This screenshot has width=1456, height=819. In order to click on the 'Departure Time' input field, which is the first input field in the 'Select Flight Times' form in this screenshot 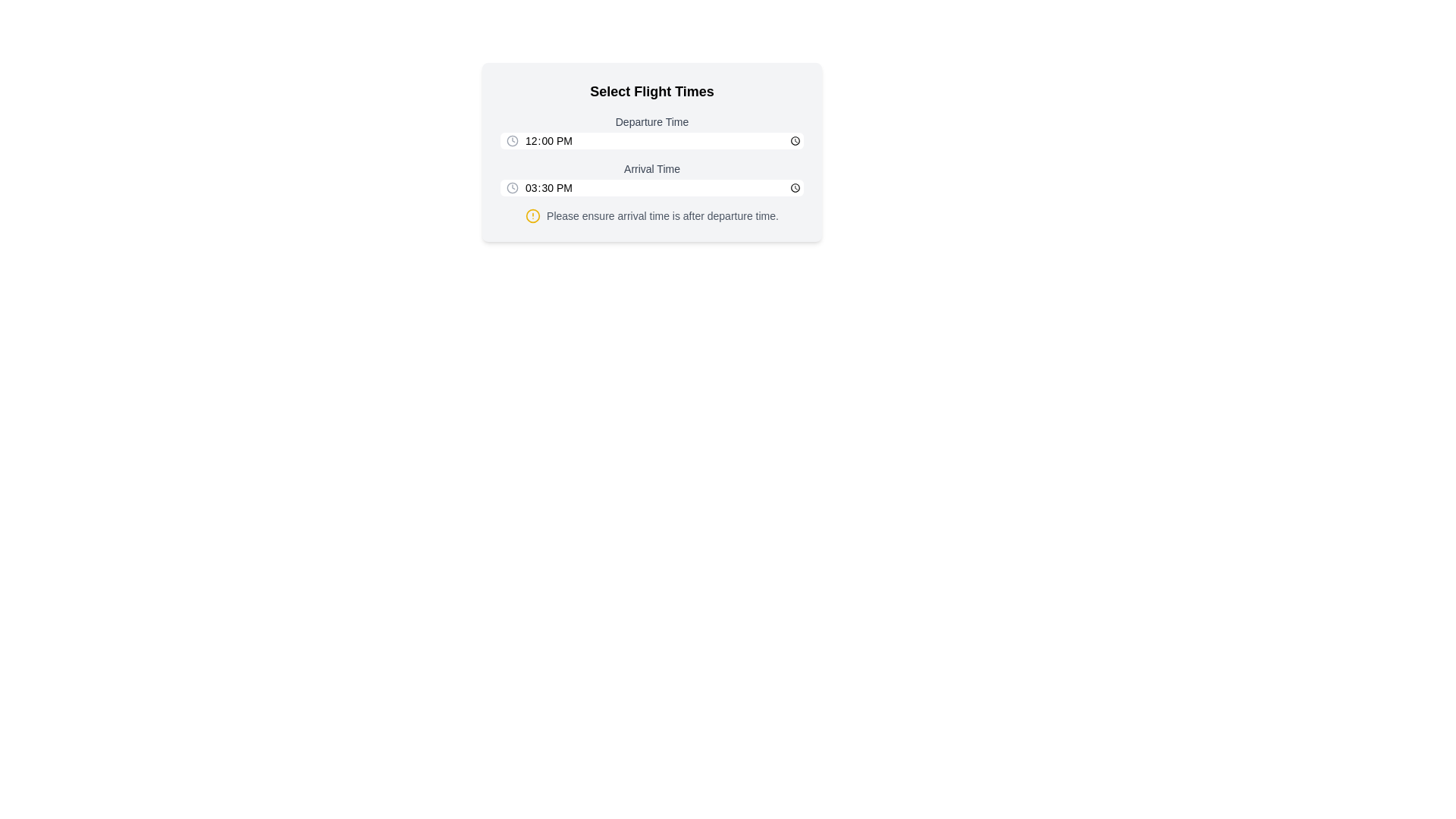, I will do `click(651, 130)`.